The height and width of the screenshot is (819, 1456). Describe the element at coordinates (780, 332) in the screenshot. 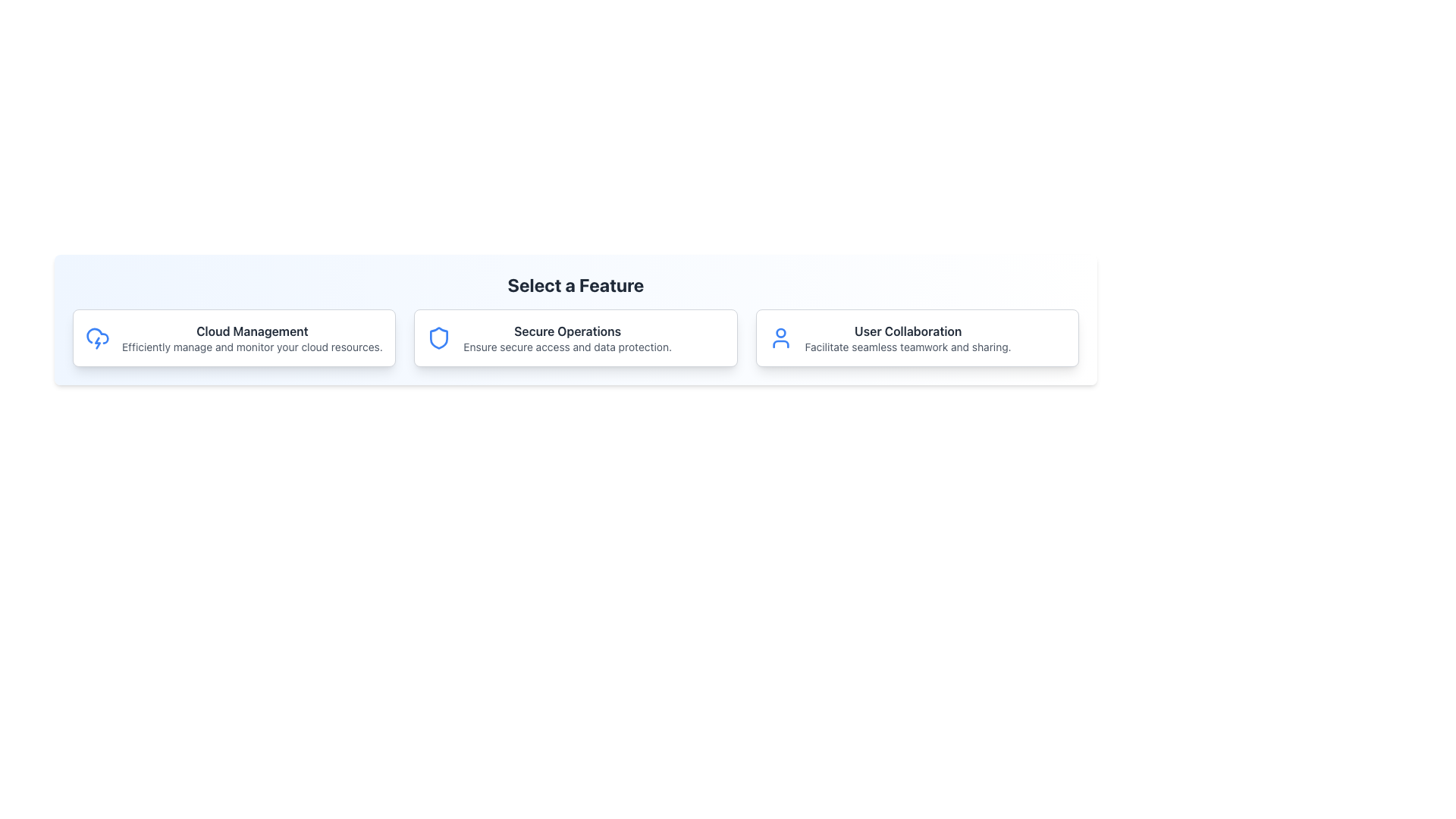

I see `the Circle (SVG Element) that represents the user head in the user icon of the 'User Collaboration' feature card, located on the rightmost side of the feature selection section` at that location.